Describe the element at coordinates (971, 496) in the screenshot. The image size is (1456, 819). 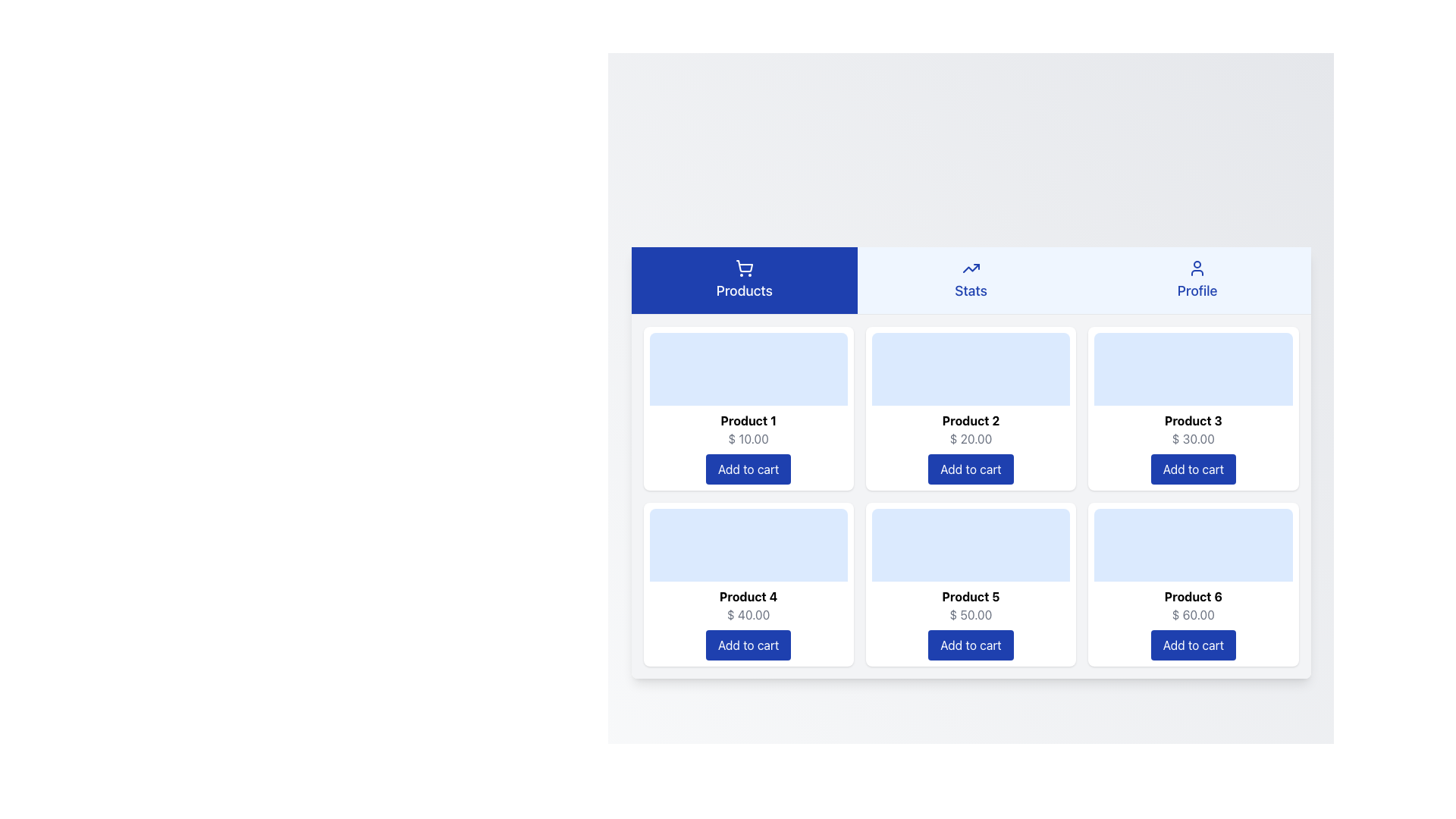
I see `the 'Add to cart' button located on the product card in the grid layout` at that location.